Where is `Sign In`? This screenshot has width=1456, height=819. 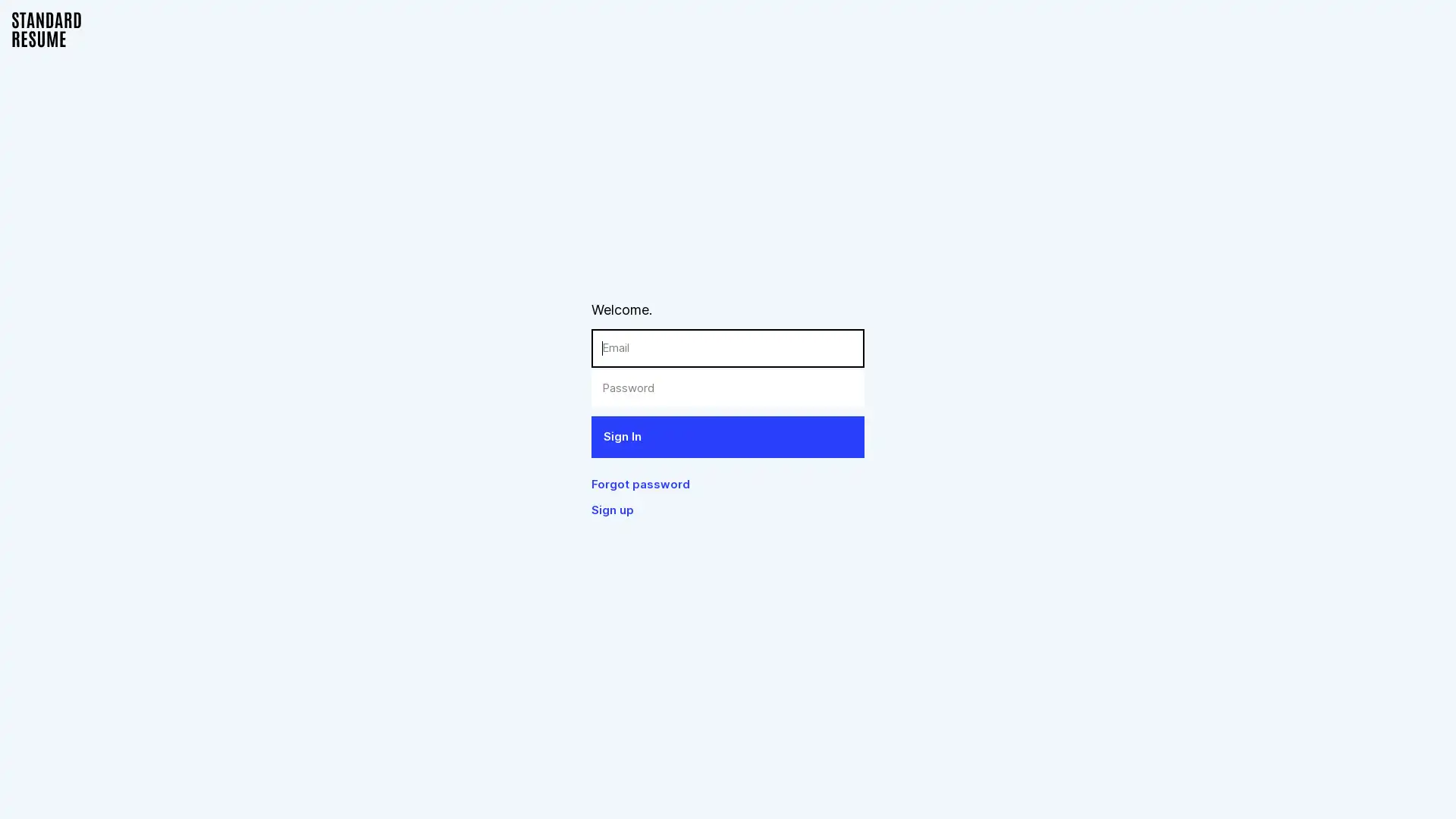
Sign In is located at coordinates (728, 436).